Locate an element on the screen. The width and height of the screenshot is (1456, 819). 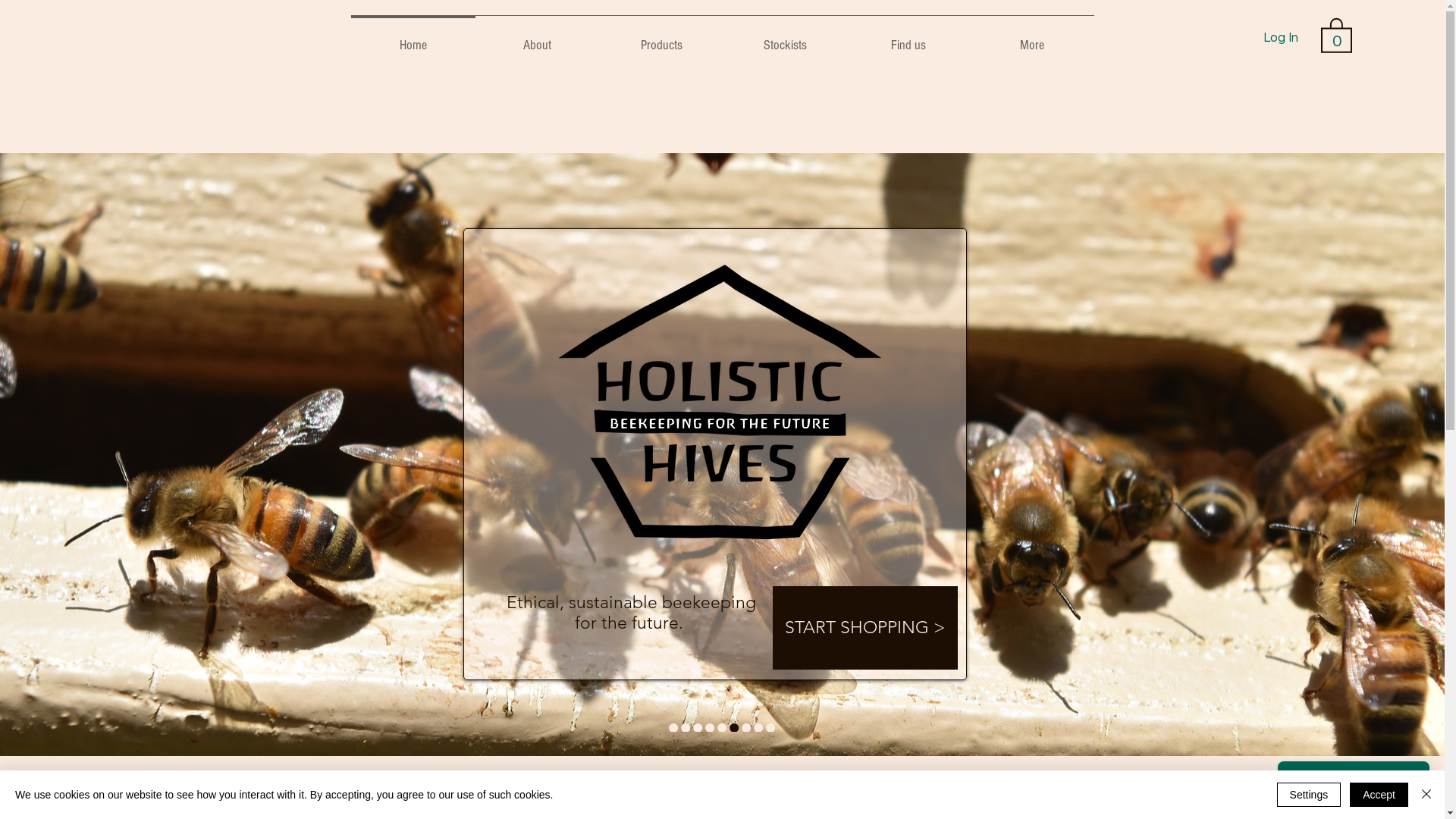
'About' is located at coordinates (473, 37).